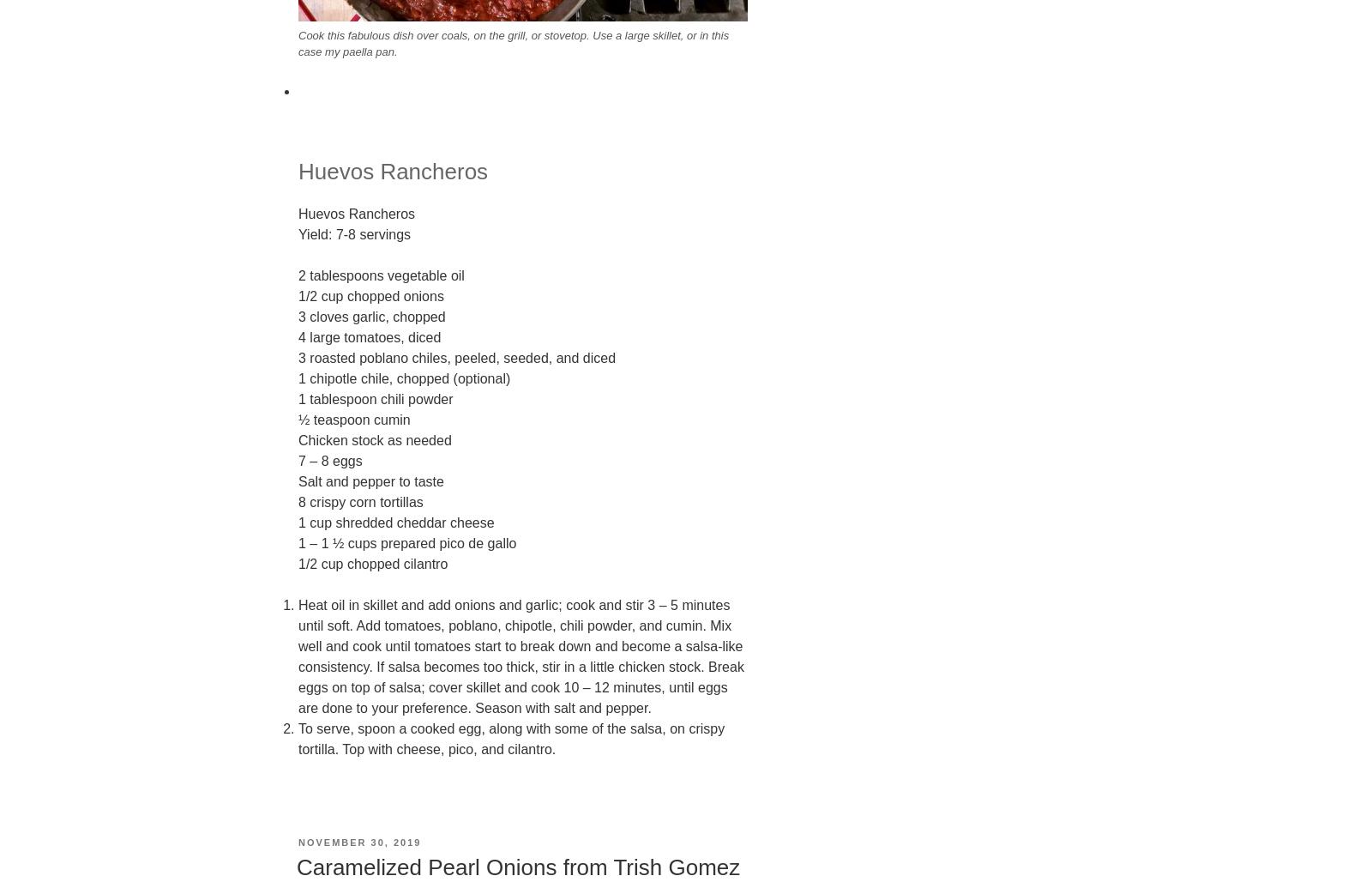 The width and height of the screenshot is (1372, 882). Describe the element at coordinates (510, 737) in the screenshot. I see `'To serve, spoon a cooked egg, along with some of the salsa, on crispy tortilla. Top with cheese, pico, and cilantro.'` at that location.